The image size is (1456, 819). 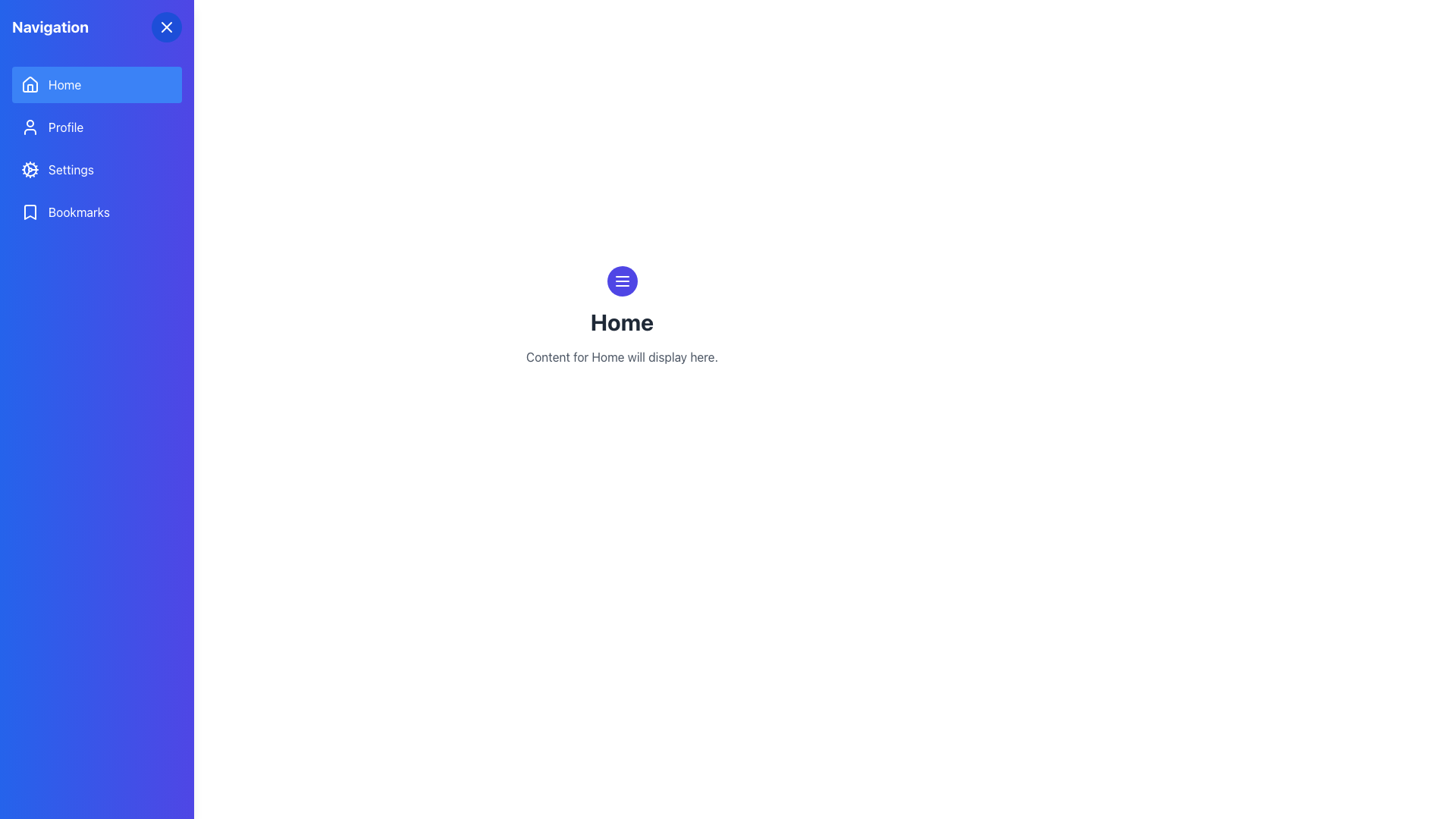 I want to click on the close button located in the top-right corner of the navigation bar, so click(x=167, y=27).